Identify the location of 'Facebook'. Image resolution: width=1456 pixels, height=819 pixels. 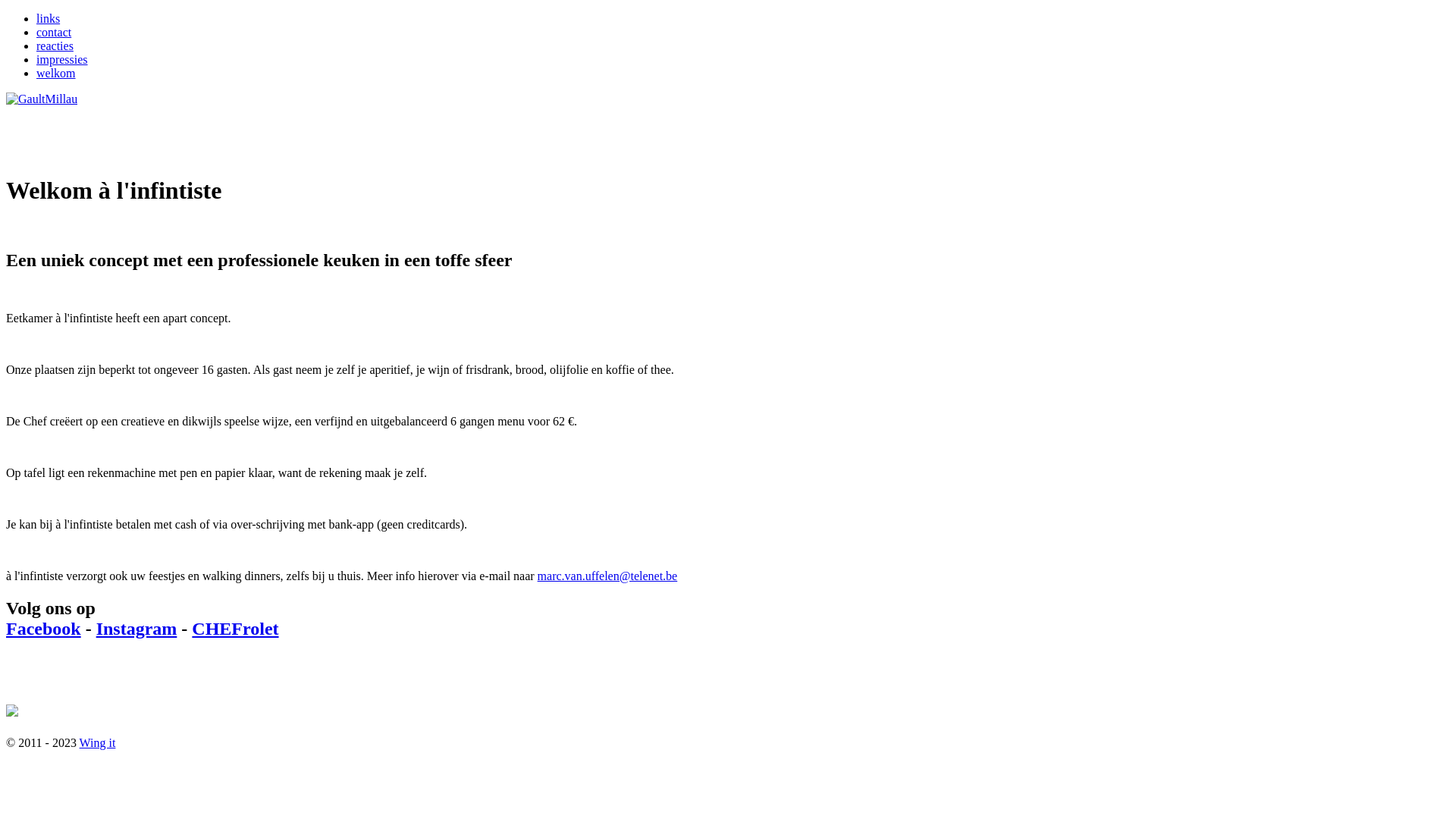
(43, 629).